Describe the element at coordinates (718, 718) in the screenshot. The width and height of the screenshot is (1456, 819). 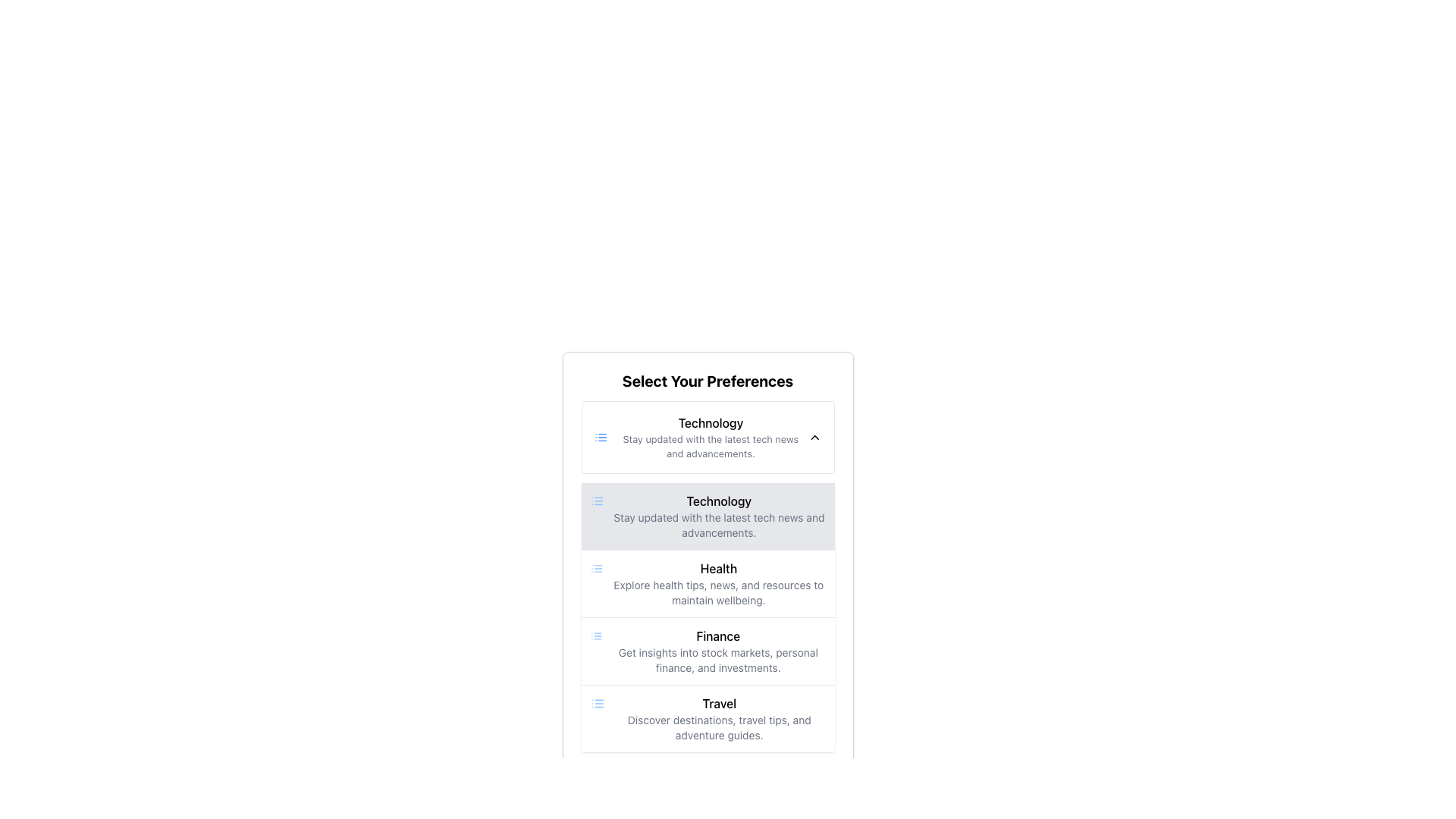
I see `the clickable list item positioned under the 'Finance' segment` at that location.